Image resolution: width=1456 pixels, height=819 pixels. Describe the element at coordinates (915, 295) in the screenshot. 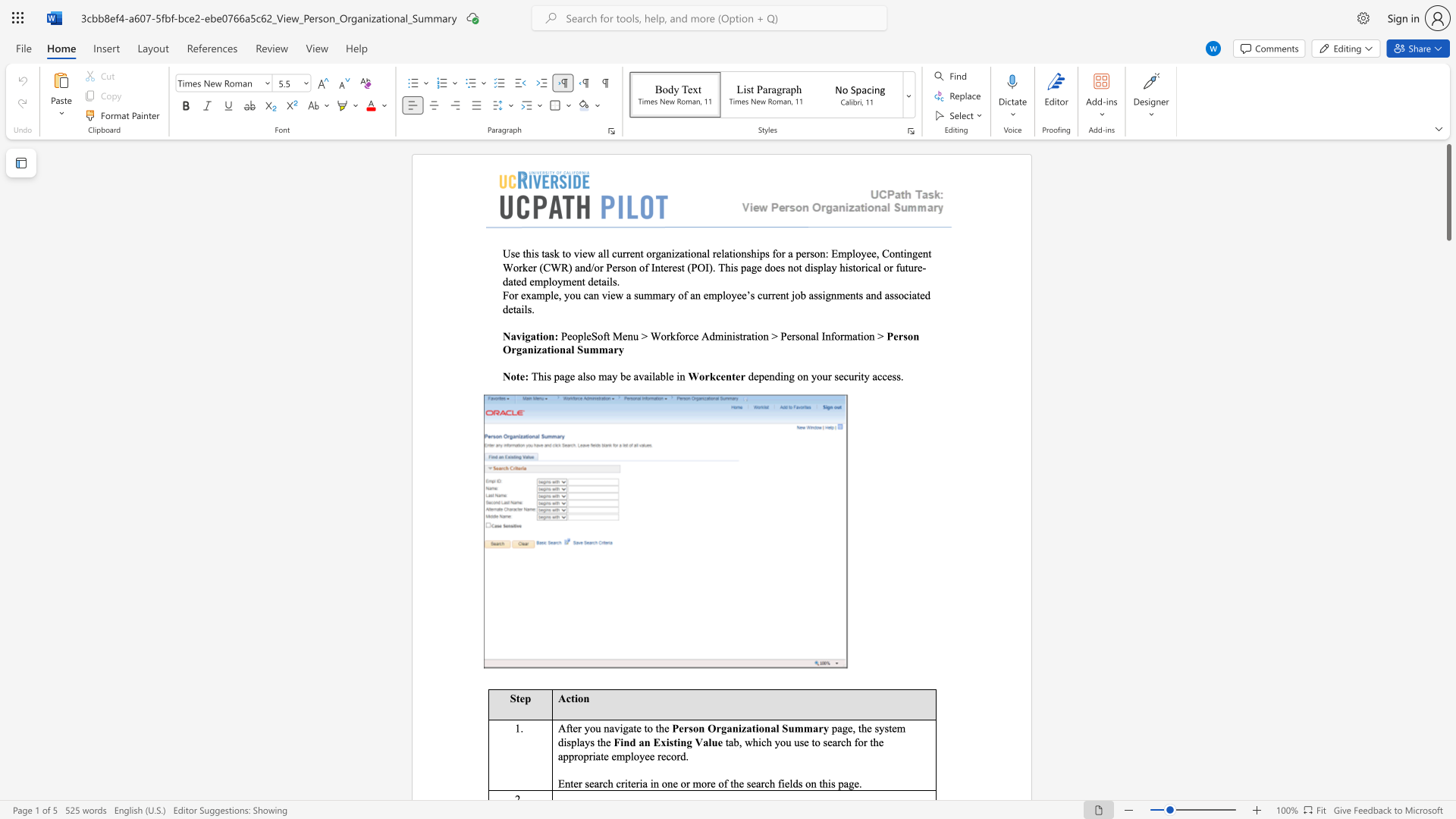

I see `the space between the continuous character "a" and "t" in the text` at that location.